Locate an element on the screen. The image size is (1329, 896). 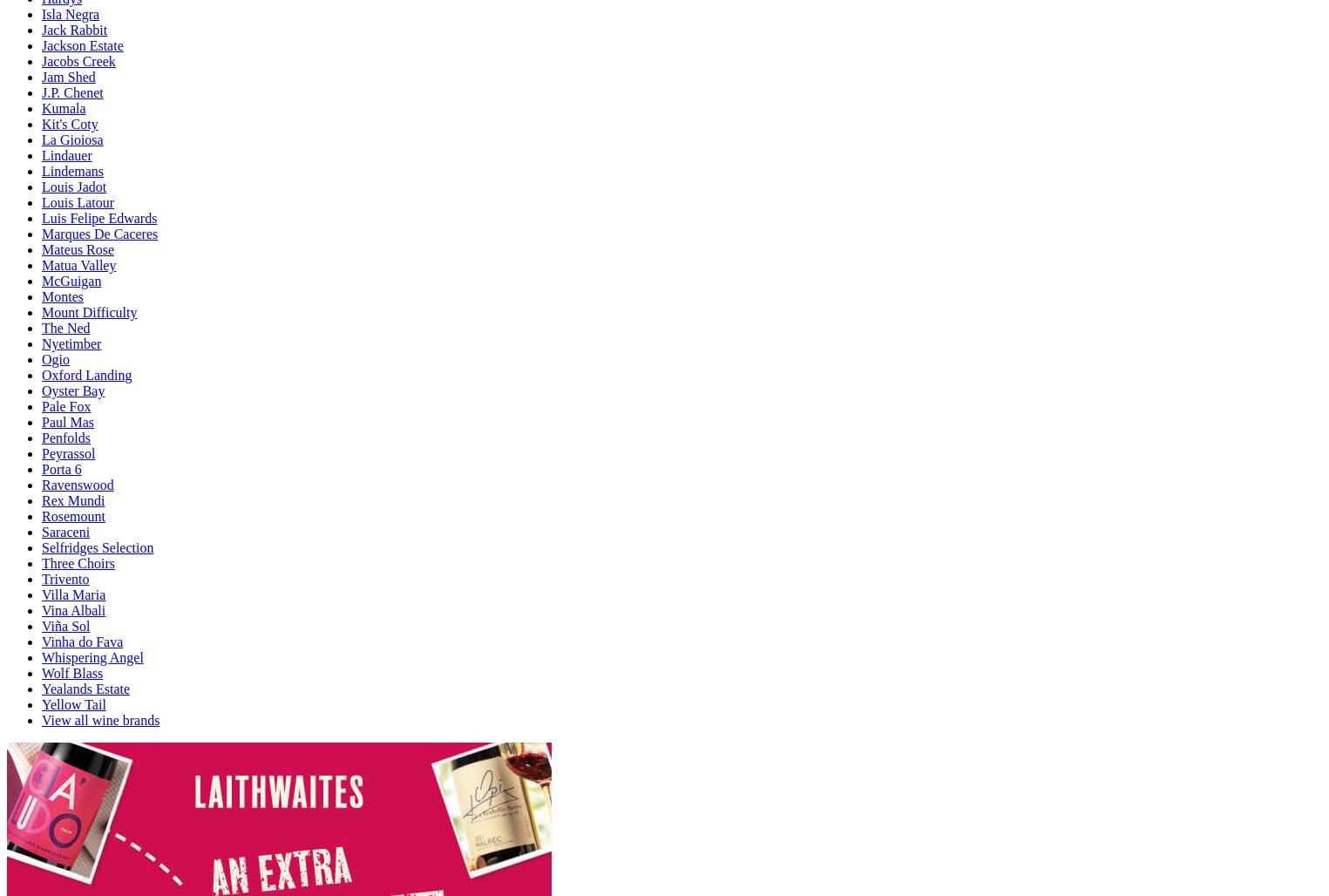
'Mount Difficulty' is located at coordinates (89, 310).